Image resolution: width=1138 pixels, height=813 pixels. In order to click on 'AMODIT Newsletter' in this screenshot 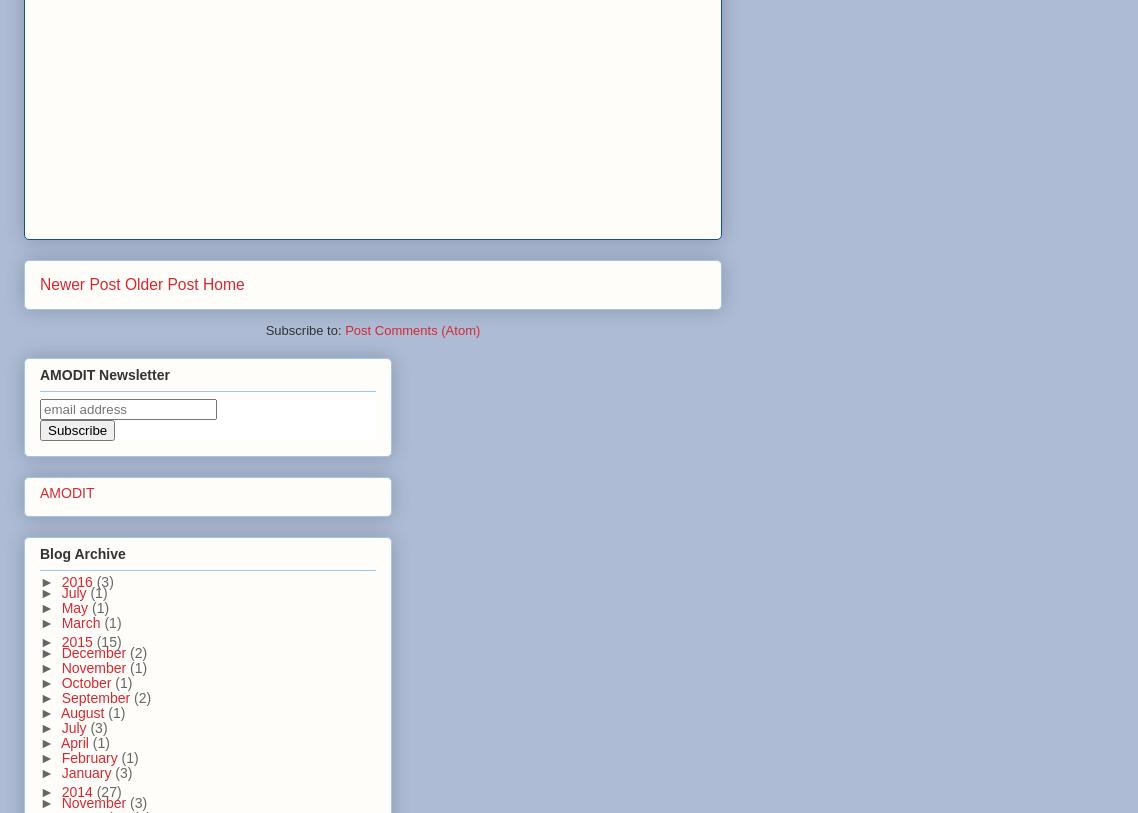, I will do `click(103, 374)`.